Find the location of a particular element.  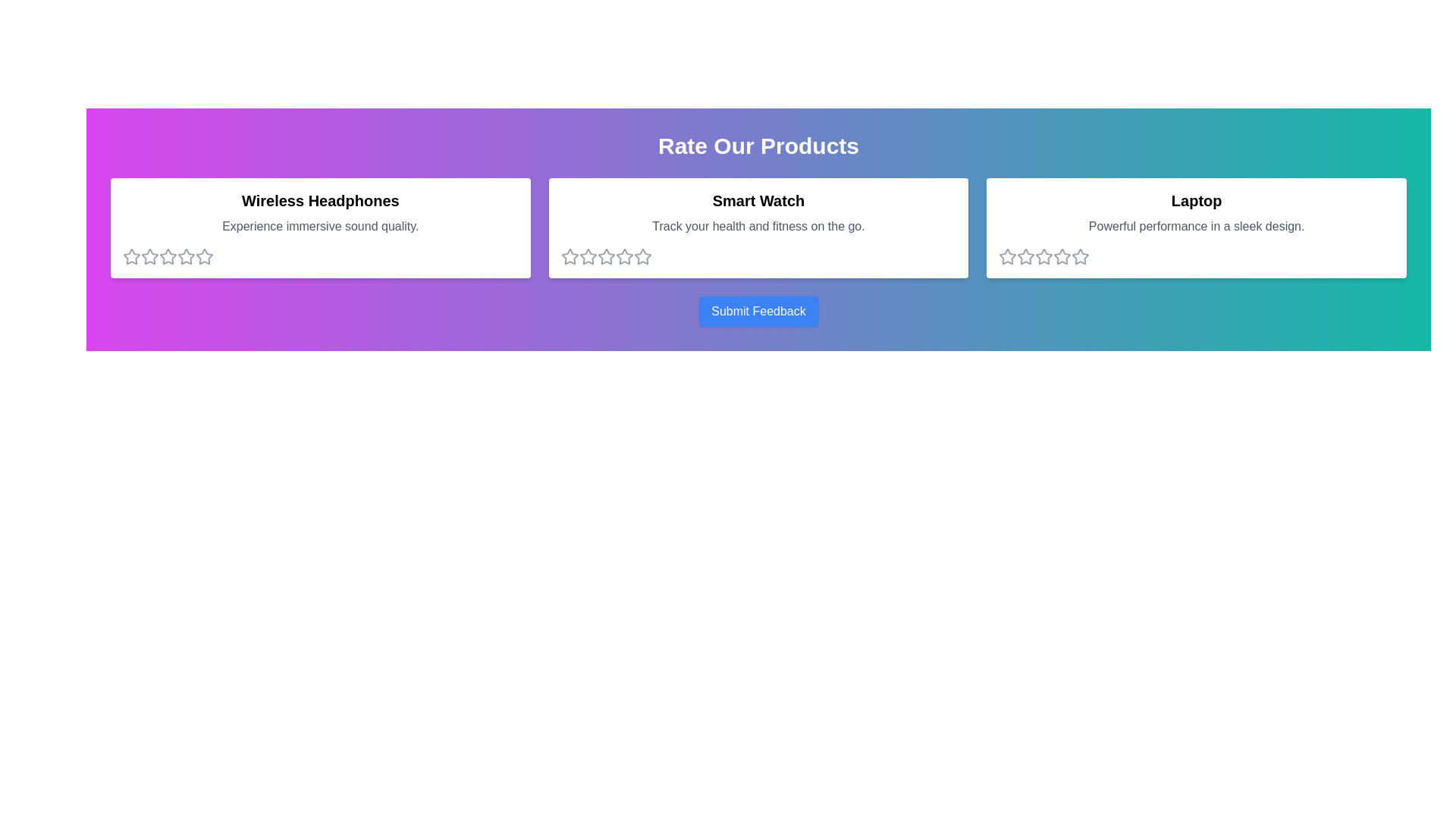

the title of the product Wireless Headphones is located at coordinates (319, 200).